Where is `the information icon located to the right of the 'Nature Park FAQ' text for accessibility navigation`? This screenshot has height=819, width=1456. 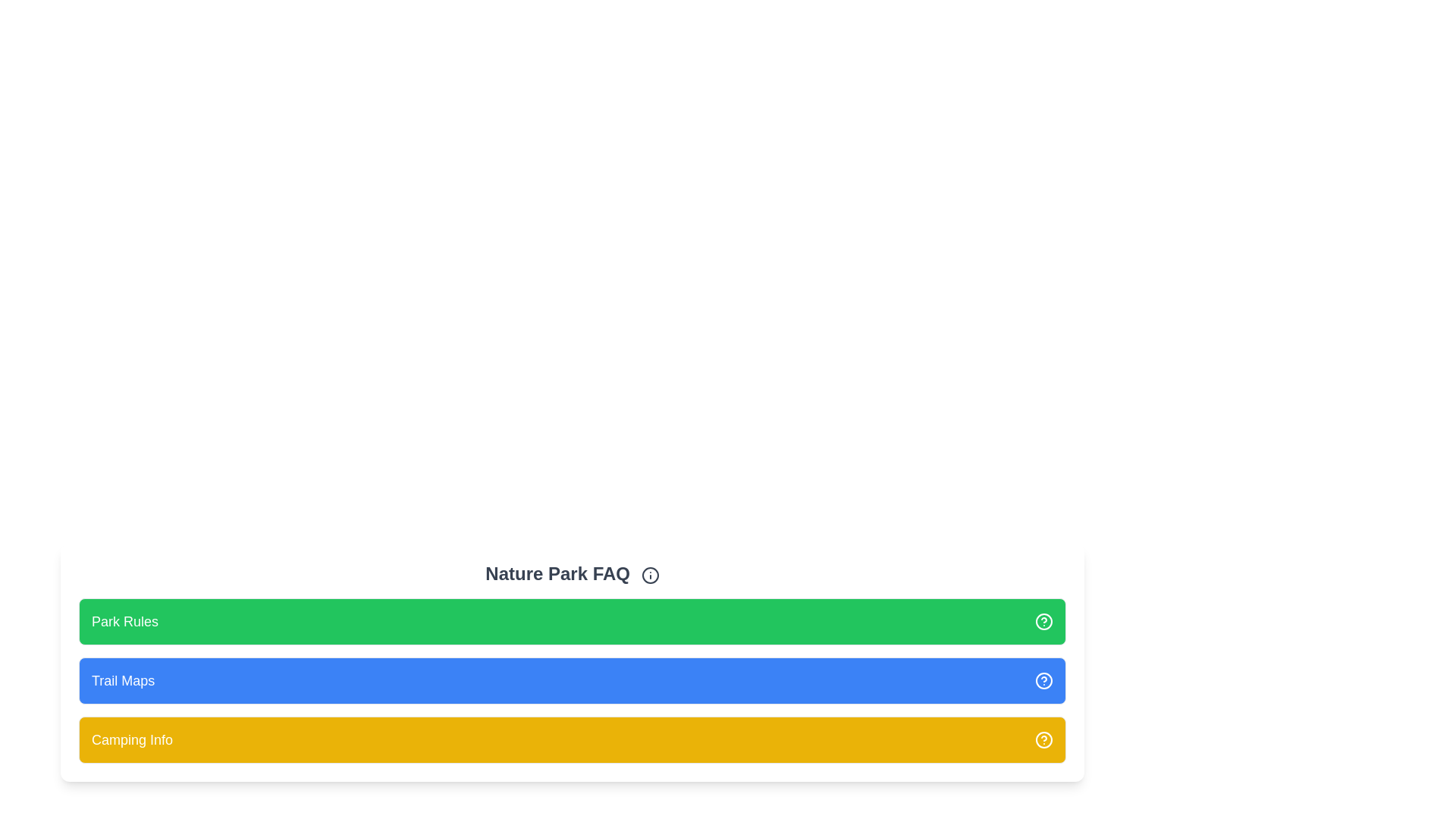
the information icon located to the right of the 'Nature Park FAQ' text for accessibility navigation is located at coordinates (650, 575).